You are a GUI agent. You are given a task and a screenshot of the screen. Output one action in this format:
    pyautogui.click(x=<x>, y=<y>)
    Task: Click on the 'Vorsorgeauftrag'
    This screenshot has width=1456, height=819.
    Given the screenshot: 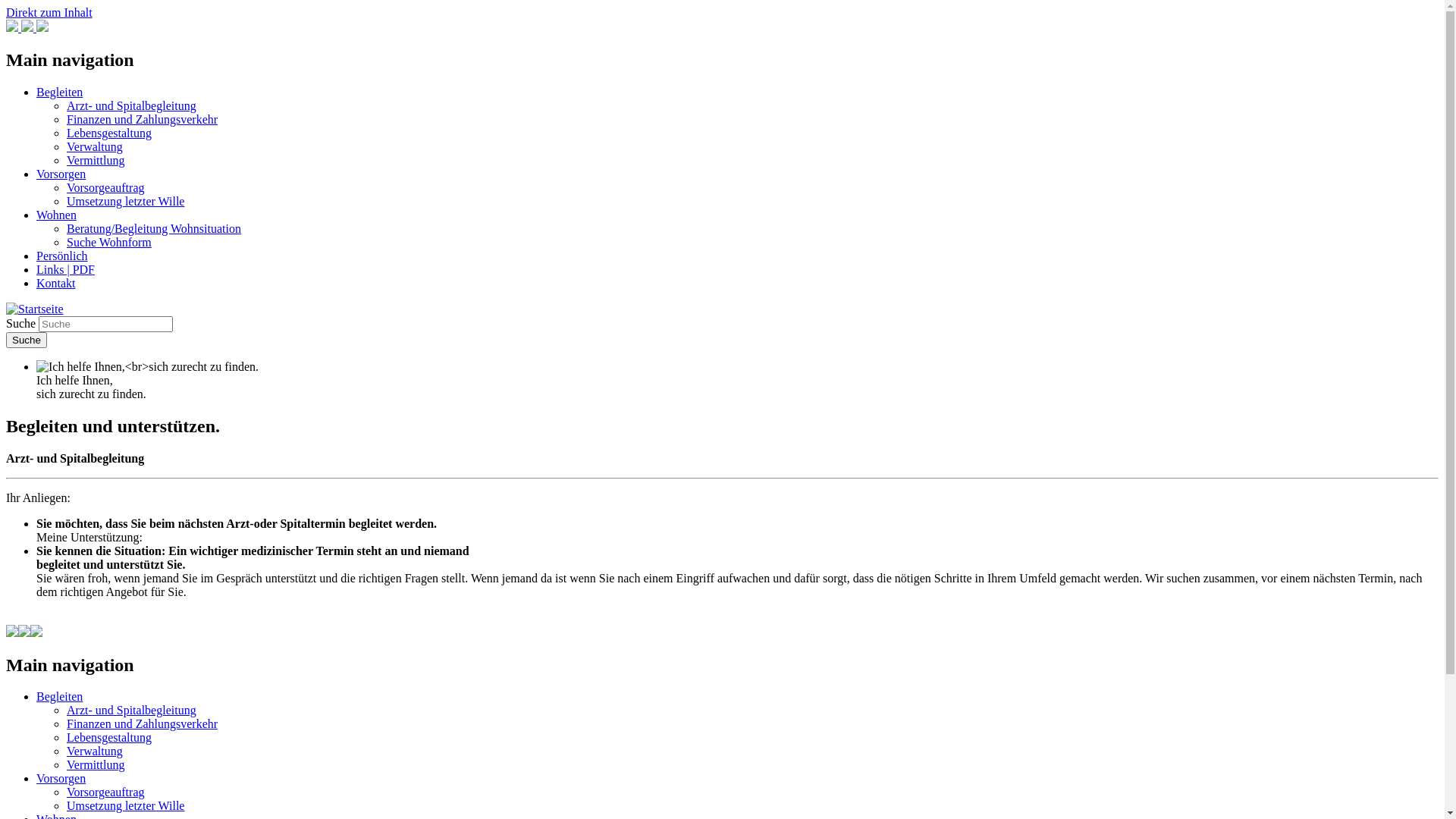 What is the action you would take?
    pyautogui.click(x=105, y=187)
    